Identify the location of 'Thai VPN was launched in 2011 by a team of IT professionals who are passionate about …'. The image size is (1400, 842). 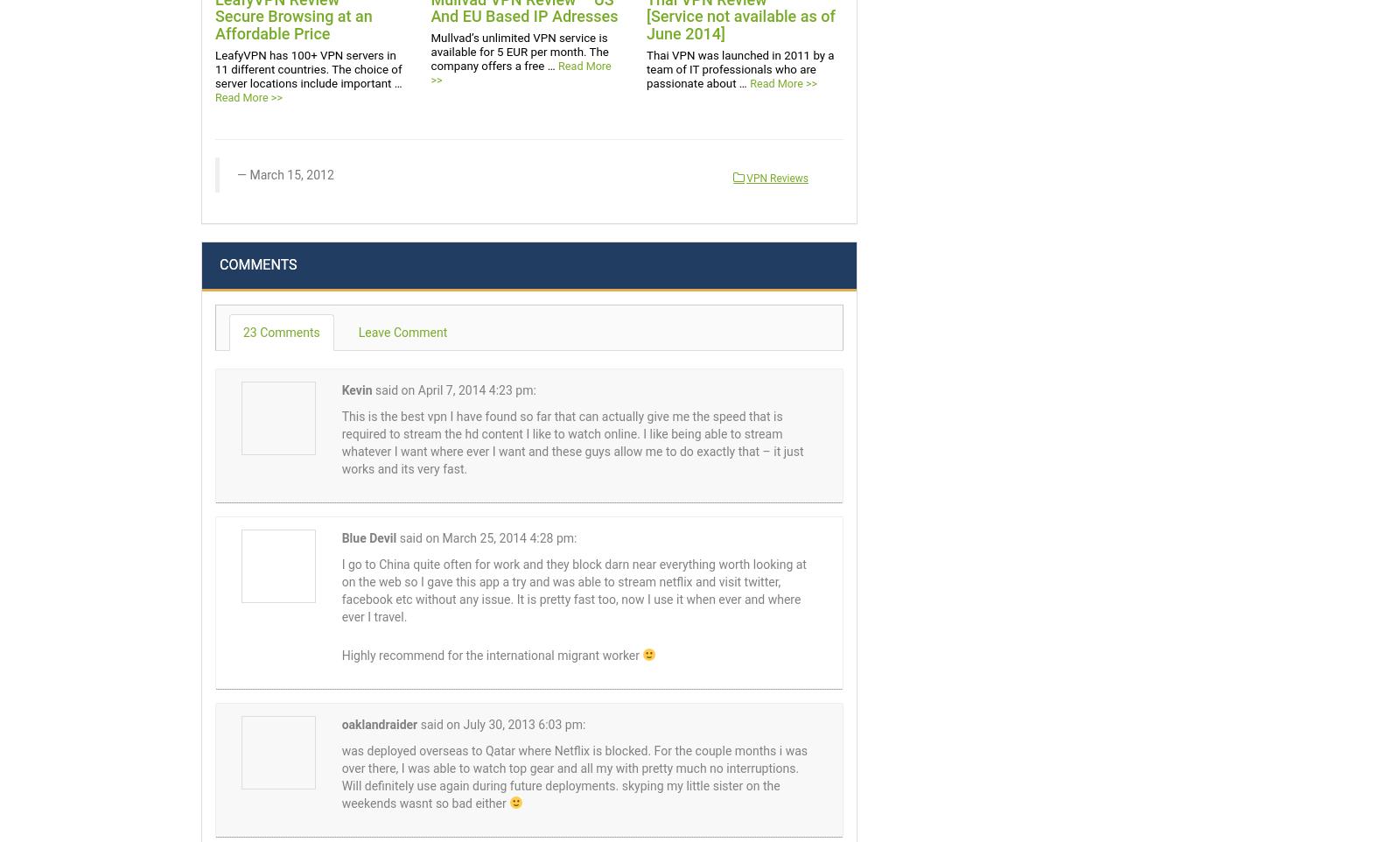
(738, 68).